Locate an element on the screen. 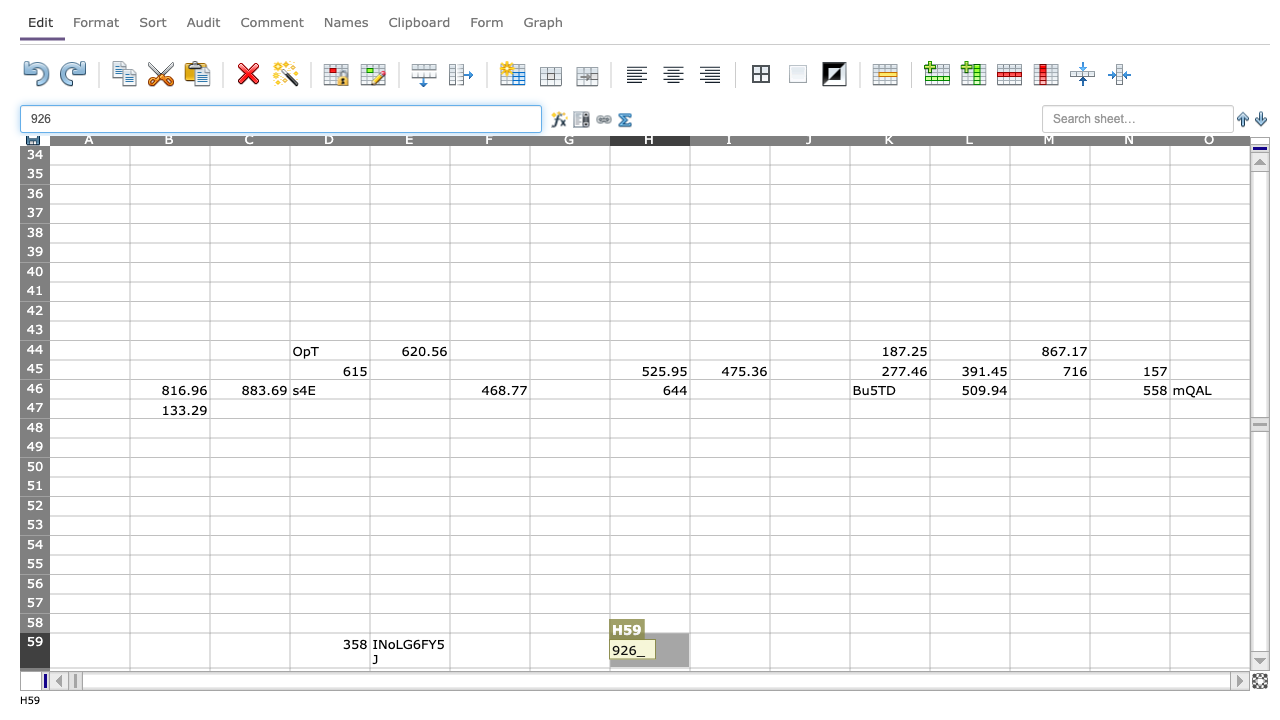  Southeast corner of cell J59 is located at coordinates (850, 668).